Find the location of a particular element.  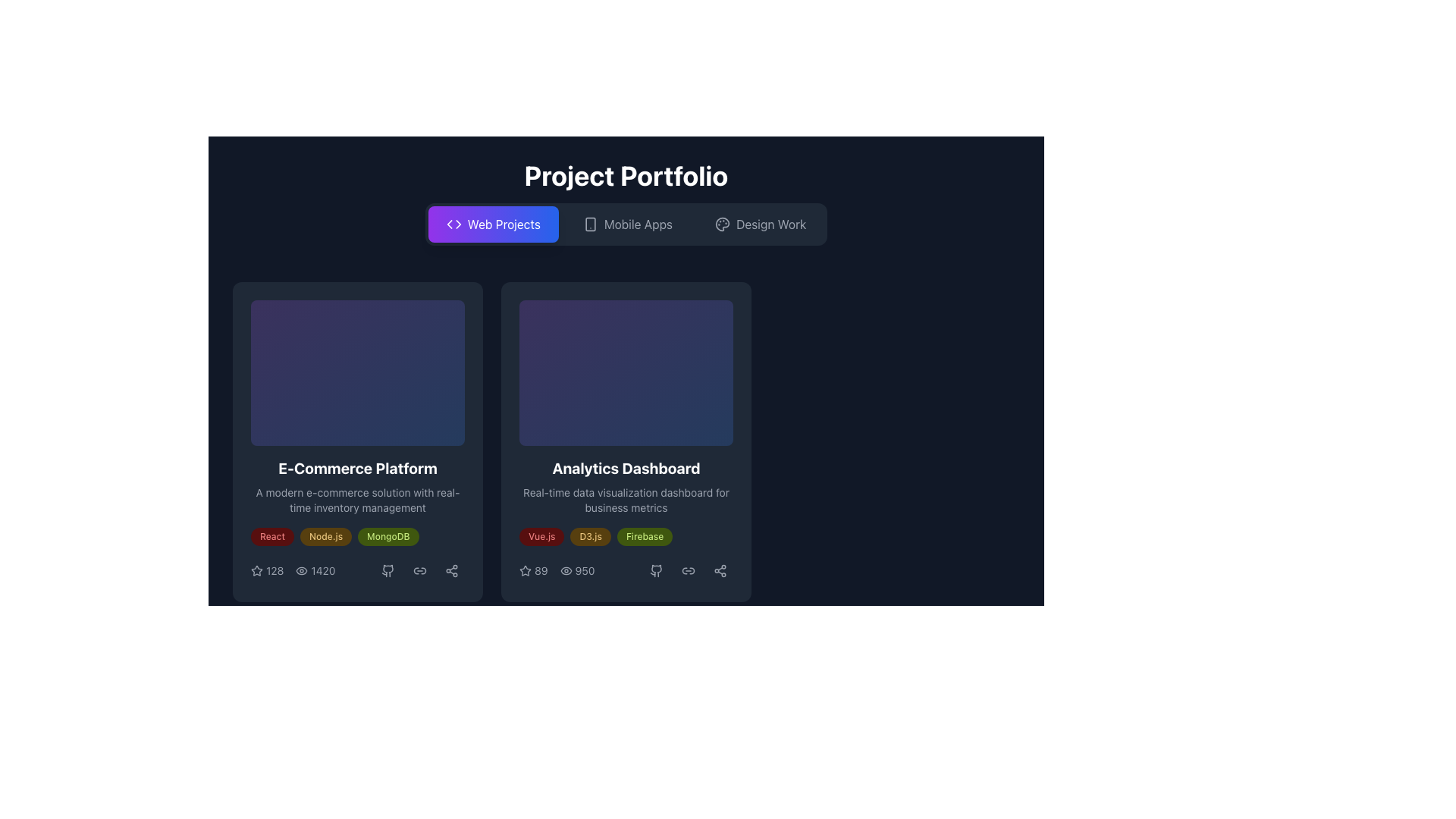

the second icon in the horizontal row, which resembles a chain link is located at coordinates (419, 570).